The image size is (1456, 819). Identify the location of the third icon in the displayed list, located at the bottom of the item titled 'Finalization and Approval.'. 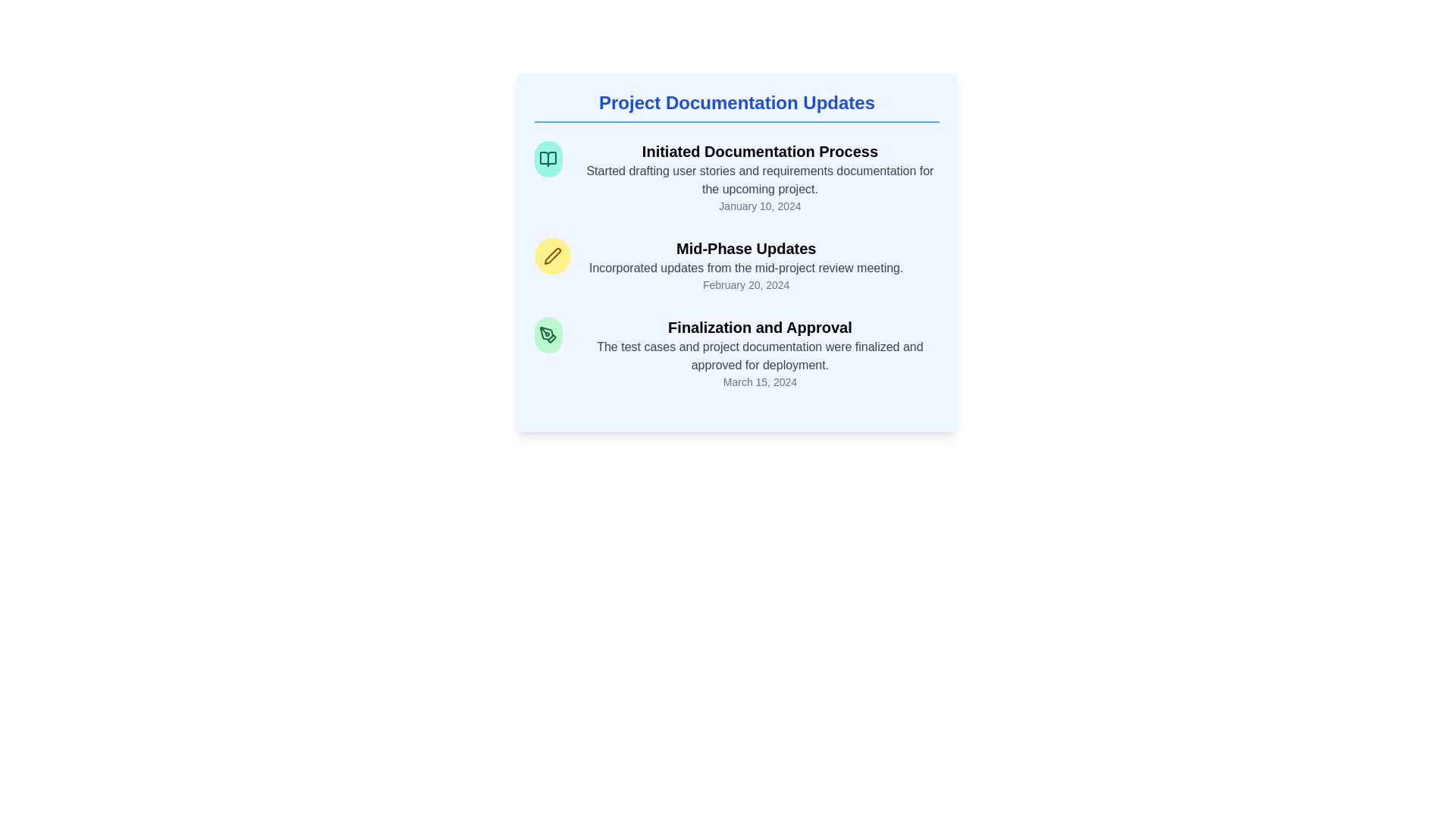
(551, 338).